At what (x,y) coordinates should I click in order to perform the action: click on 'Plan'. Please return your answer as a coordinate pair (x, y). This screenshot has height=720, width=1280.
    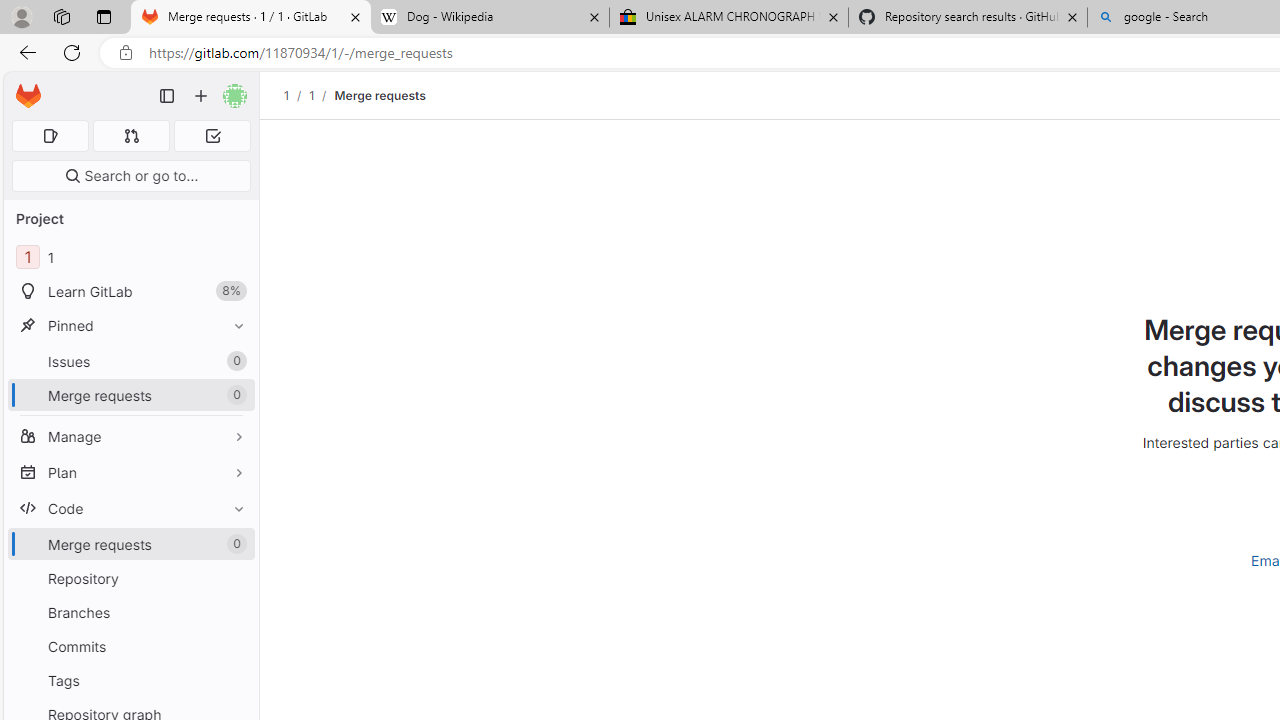
    Looking at the image, I should click on (130, 472).